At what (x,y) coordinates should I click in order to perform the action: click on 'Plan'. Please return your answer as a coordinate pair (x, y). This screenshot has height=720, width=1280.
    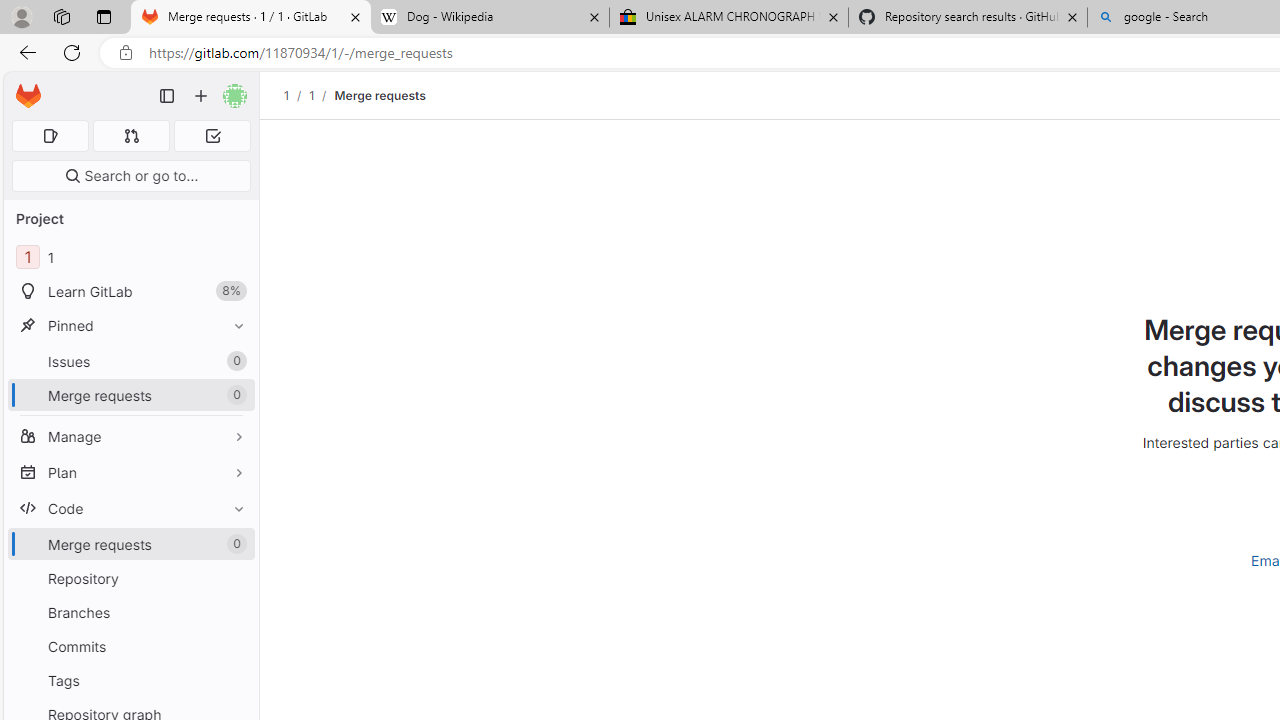
    Looking at the image, I should click on (130, 472).